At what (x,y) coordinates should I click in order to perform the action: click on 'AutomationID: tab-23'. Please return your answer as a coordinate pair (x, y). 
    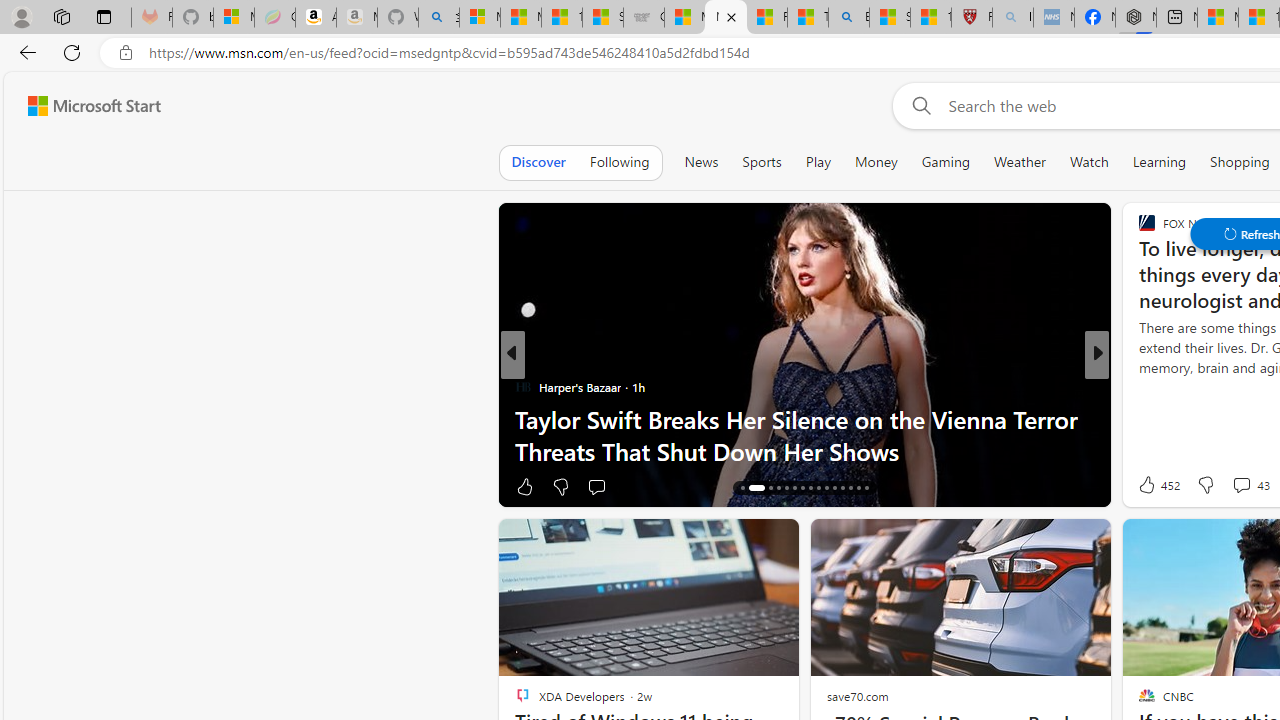
    Looking at the image, I should click on (810, 488).